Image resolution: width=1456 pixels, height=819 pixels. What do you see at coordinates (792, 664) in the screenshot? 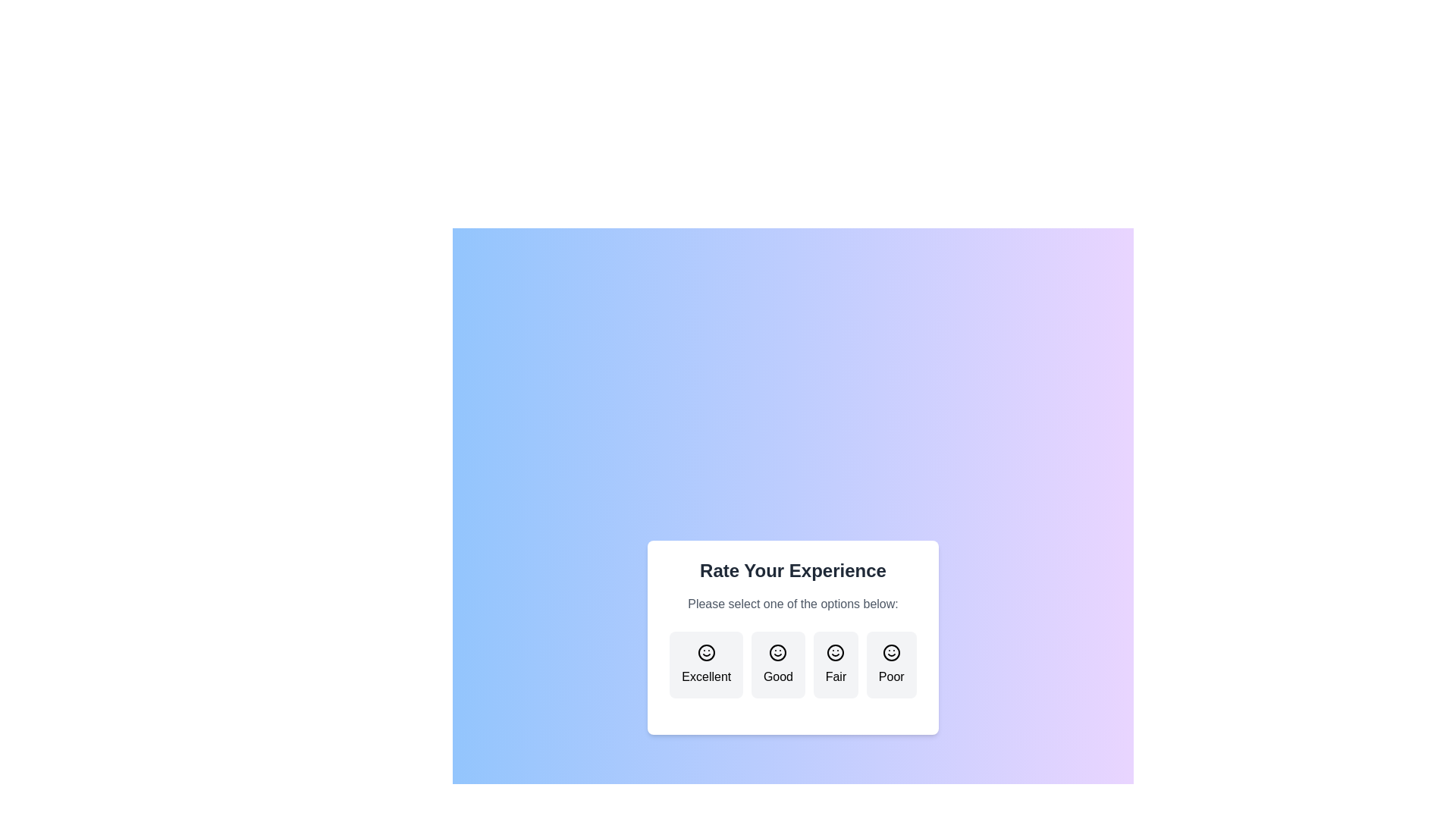
I see `the Interactive button labeled for rating experience, which is the second button from the left in the row of four buttons` at bounding box center [792, 664].